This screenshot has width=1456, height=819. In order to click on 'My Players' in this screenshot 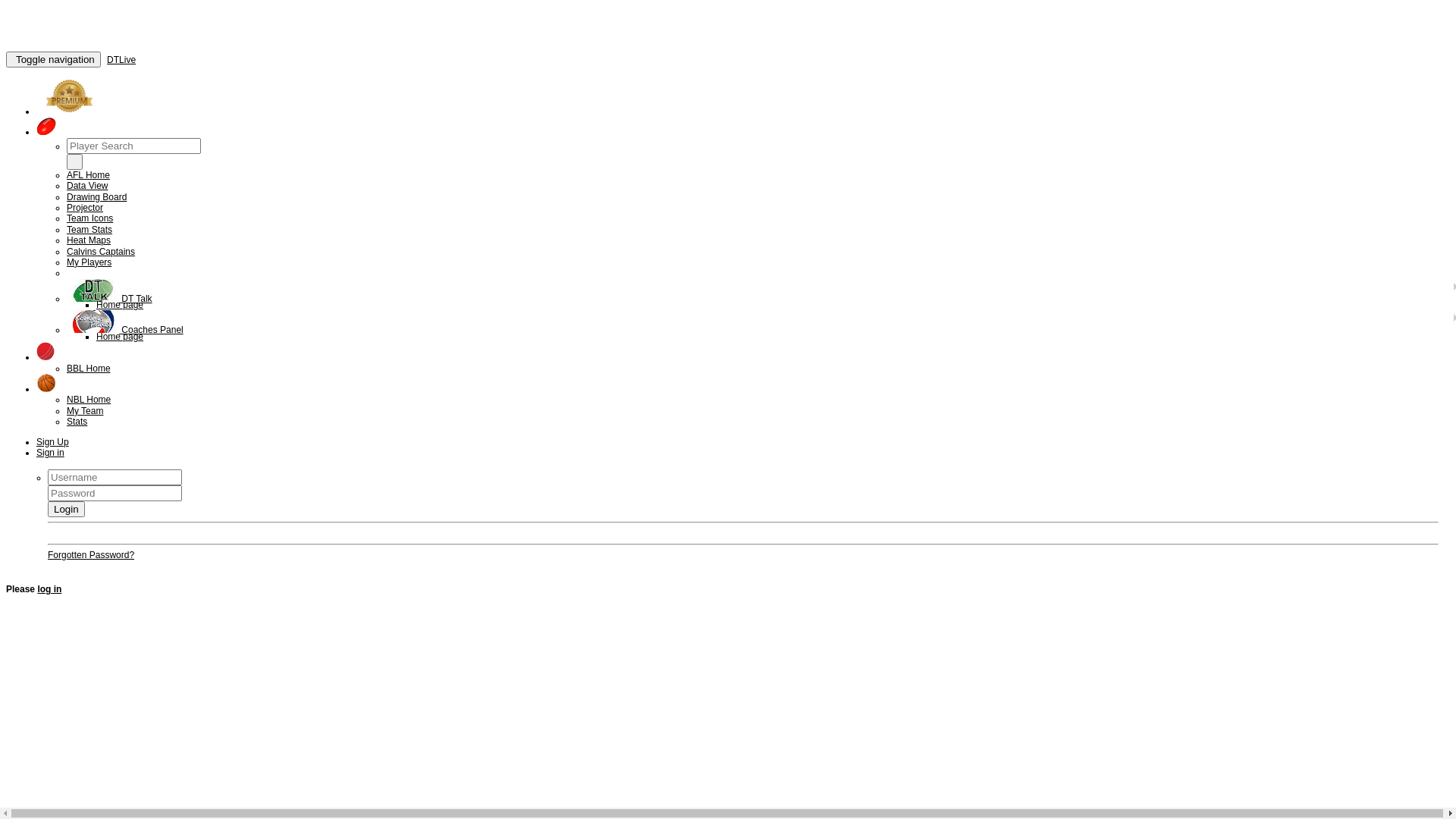, I will do `click(88, 262)`.